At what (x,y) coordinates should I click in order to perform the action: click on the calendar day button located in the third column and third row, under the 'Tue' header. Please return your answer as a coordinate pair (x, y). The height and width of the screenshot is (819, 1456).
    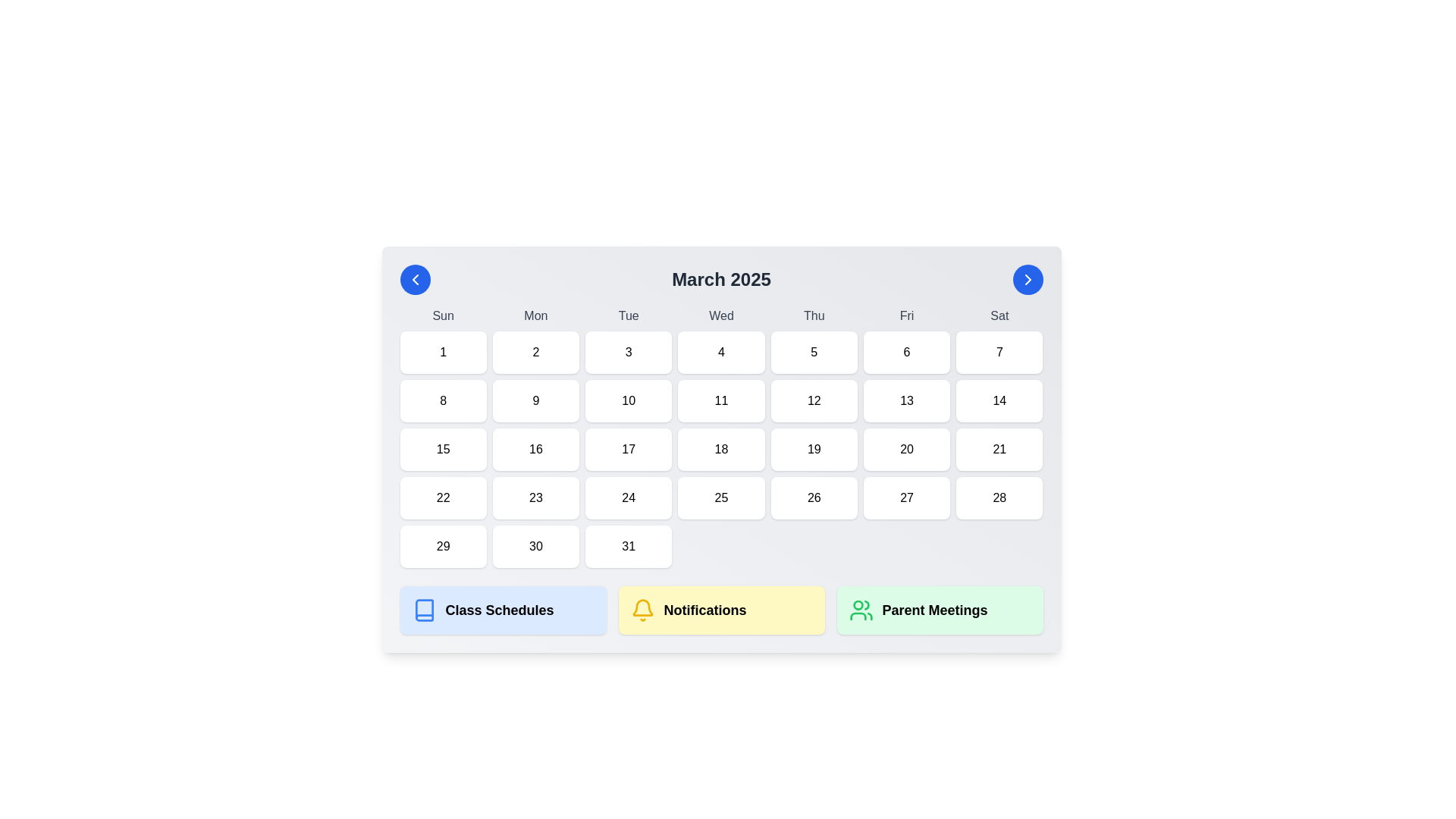
    Looking at the image, I should click on (629, 449).